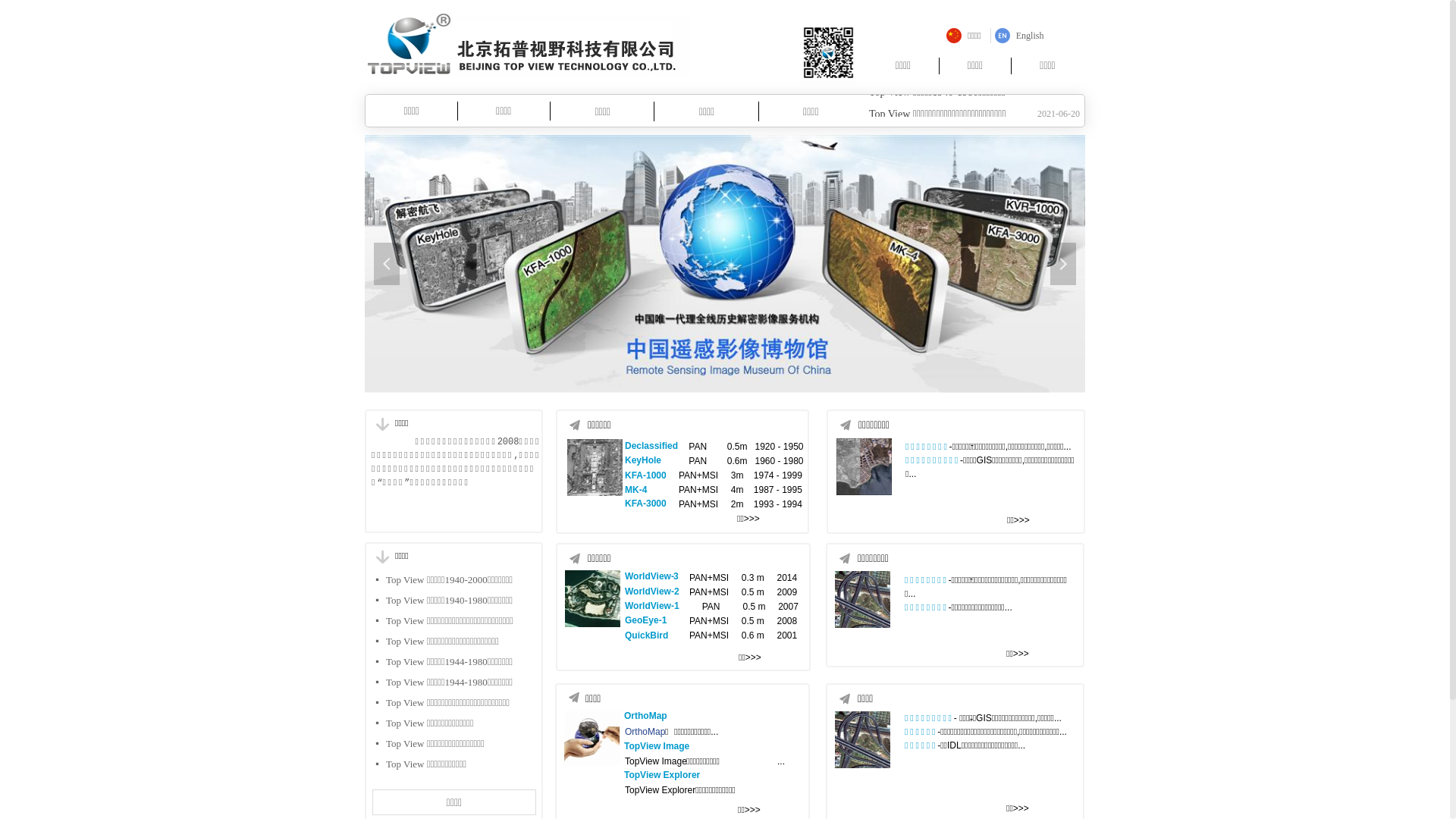 Image resolution: width=1456 pixels, height=819 pixels. Describe the element at coordinates (647, 635) in the screenshot. I see `'QuickBird'` at that location.